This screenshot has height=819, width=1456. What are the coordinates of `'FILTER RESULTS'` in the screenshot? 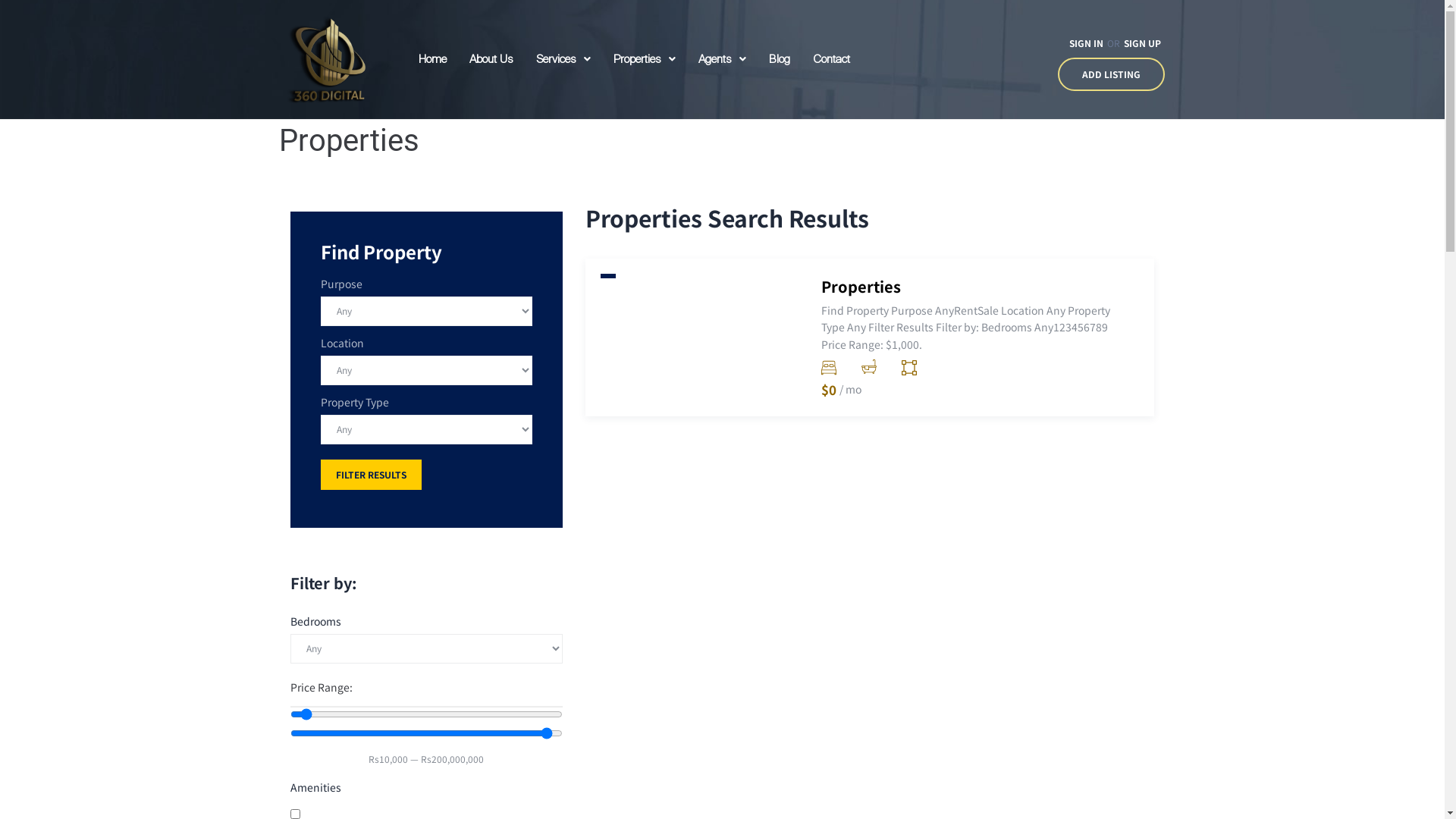 It's located at (370, 473).